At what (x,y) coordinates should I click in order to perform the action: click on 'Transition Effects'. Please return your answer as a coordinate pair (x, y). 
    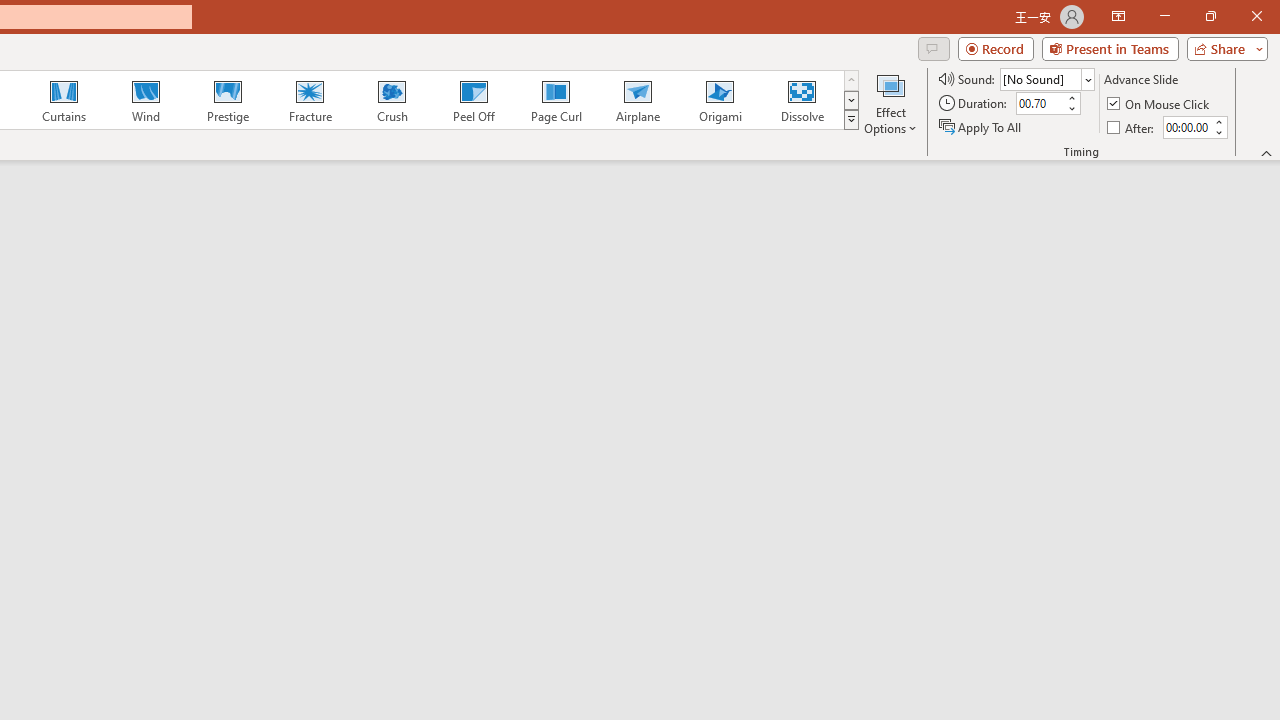
    Looking at the image, I should click on (851, 120).